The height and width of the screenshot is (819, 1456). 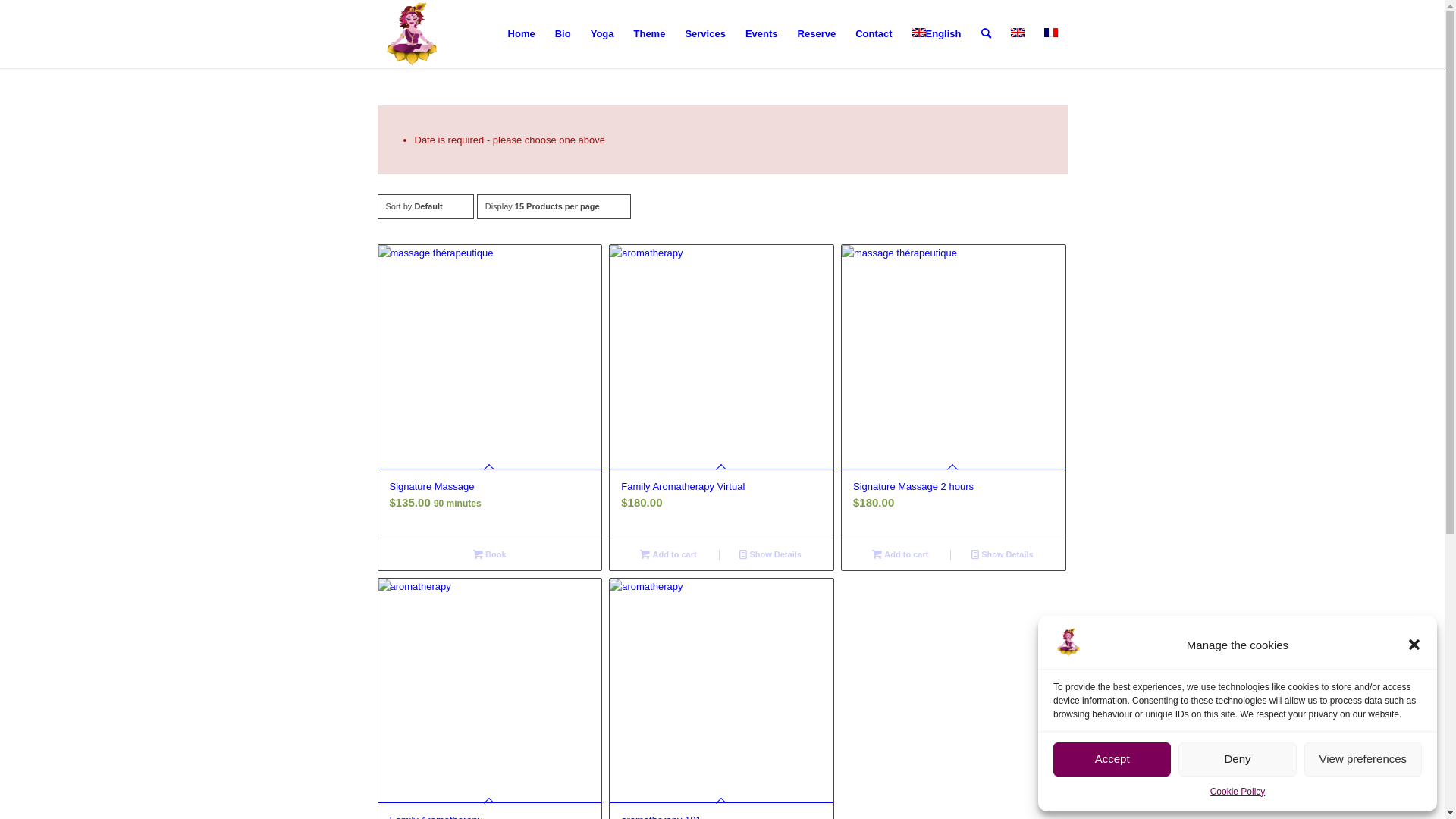 I want to click on 'Reserve', so click(x=816, y=34).